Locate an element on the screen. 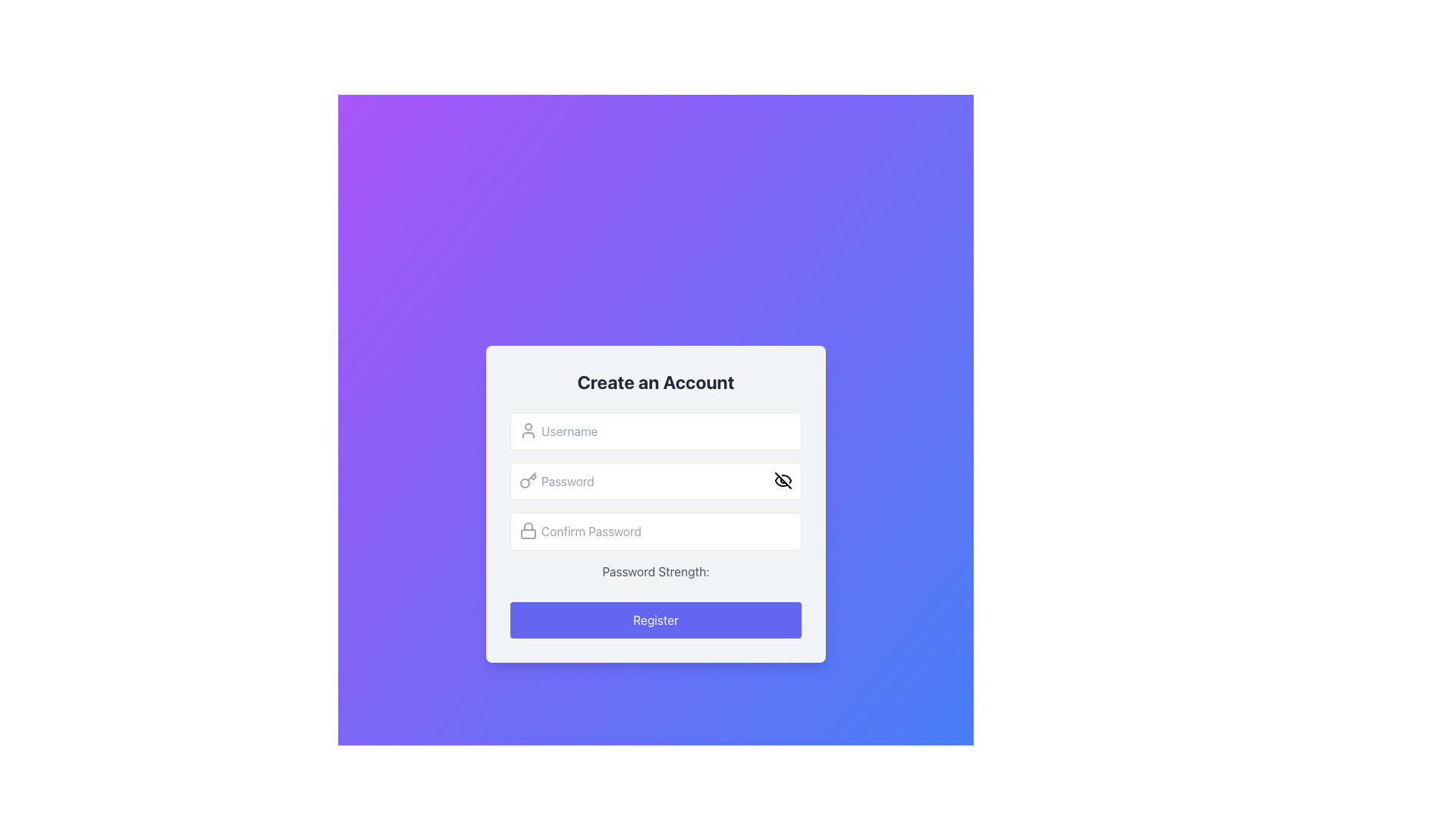 The width and height of the screenshot is (1456, 819). the username icon that visually represents the associated text input field, located at the left end inside the input area is located at coordinates (528, 430).